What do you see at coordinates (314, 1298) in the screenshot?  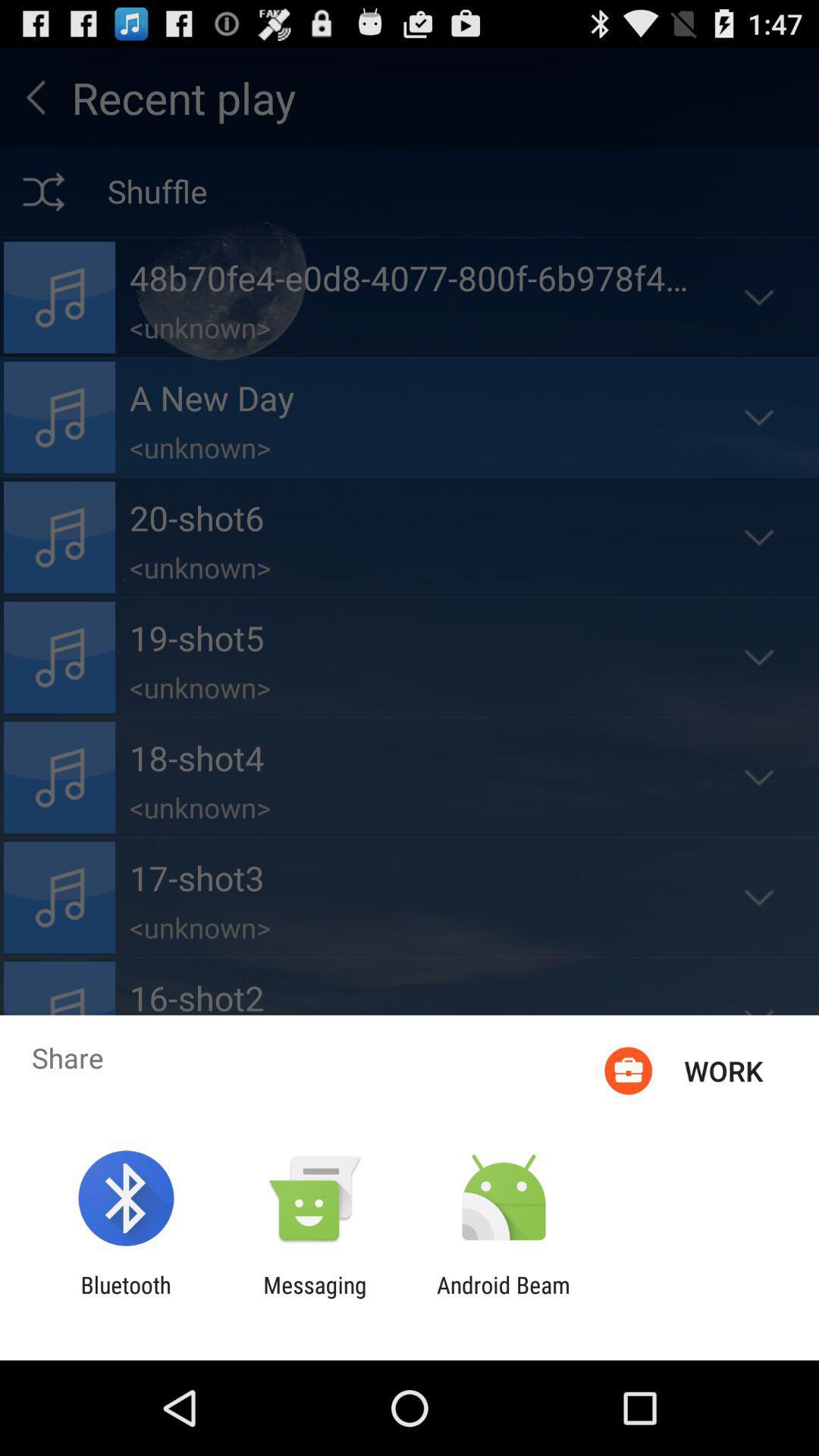 I see `item to the left of android beam icon` at bounding box center [314, 1298].